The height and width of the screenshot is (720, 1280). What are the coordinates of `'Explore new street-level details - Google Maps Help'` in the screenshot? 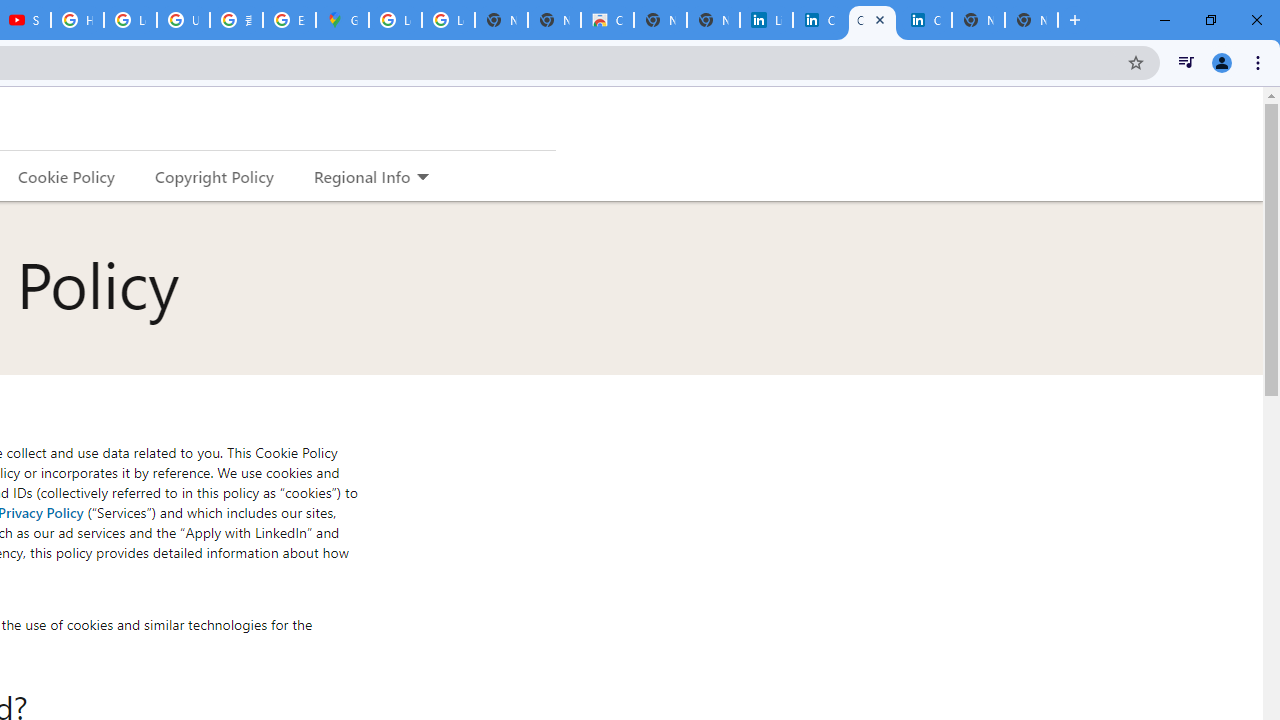 It's located at (288, 20).